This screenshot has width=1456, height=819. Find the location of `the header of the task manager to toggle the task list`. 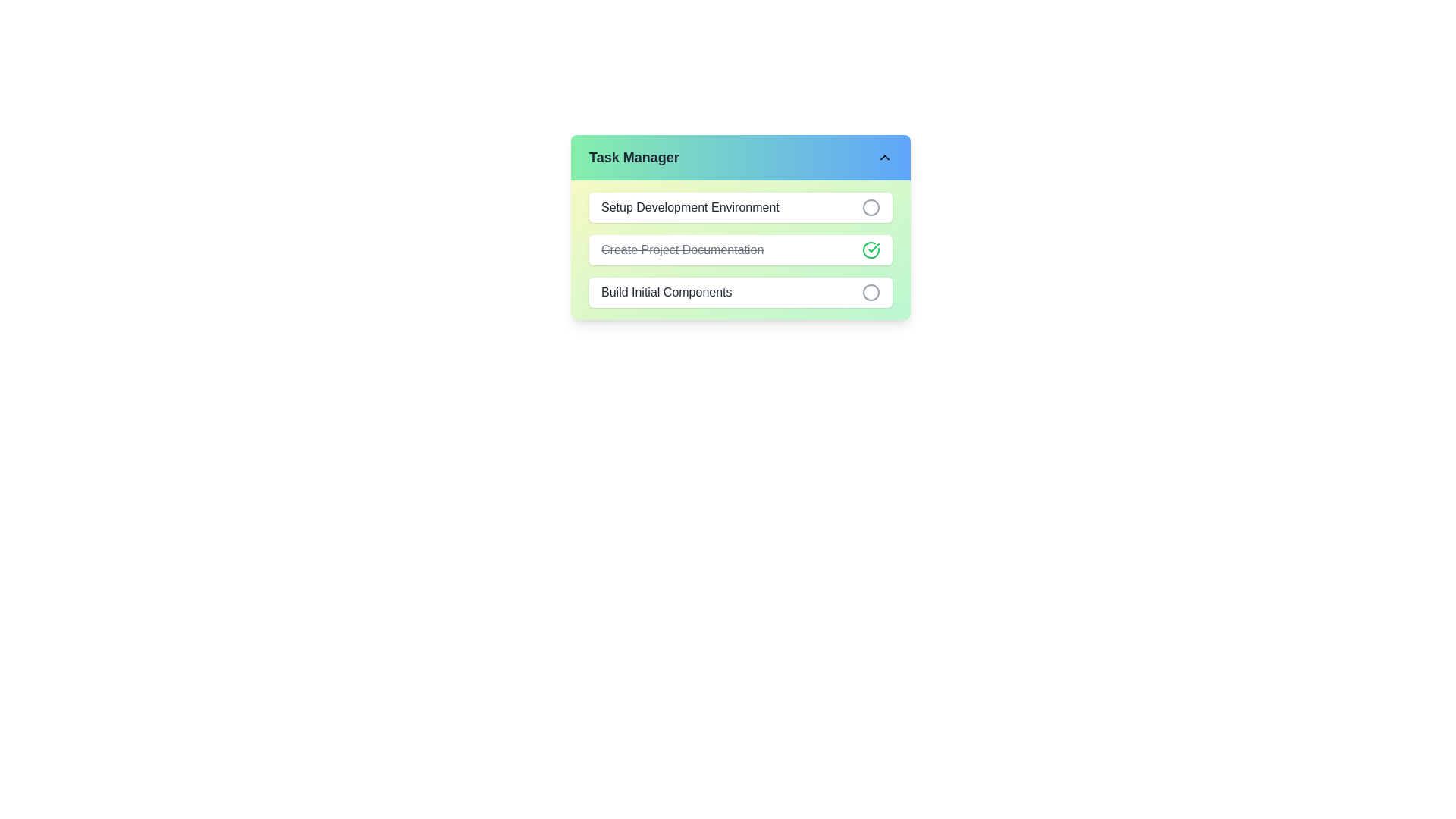

the header of the task manager to toggle the task list is located at coordinates (741, 158).